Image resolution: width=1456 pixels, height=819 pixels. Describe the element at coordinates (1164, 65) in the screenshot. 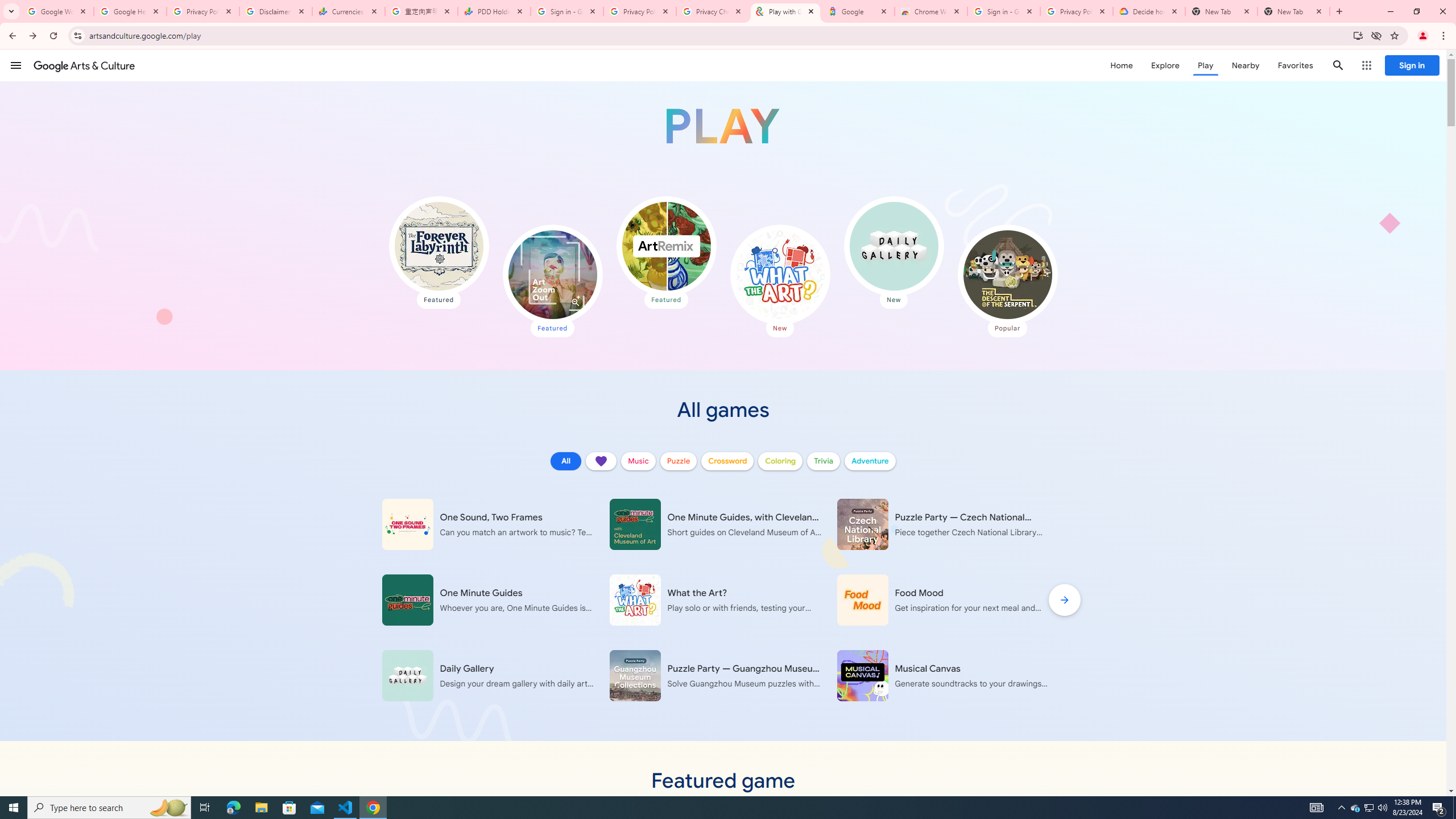

I see `'Explore'` at that location.